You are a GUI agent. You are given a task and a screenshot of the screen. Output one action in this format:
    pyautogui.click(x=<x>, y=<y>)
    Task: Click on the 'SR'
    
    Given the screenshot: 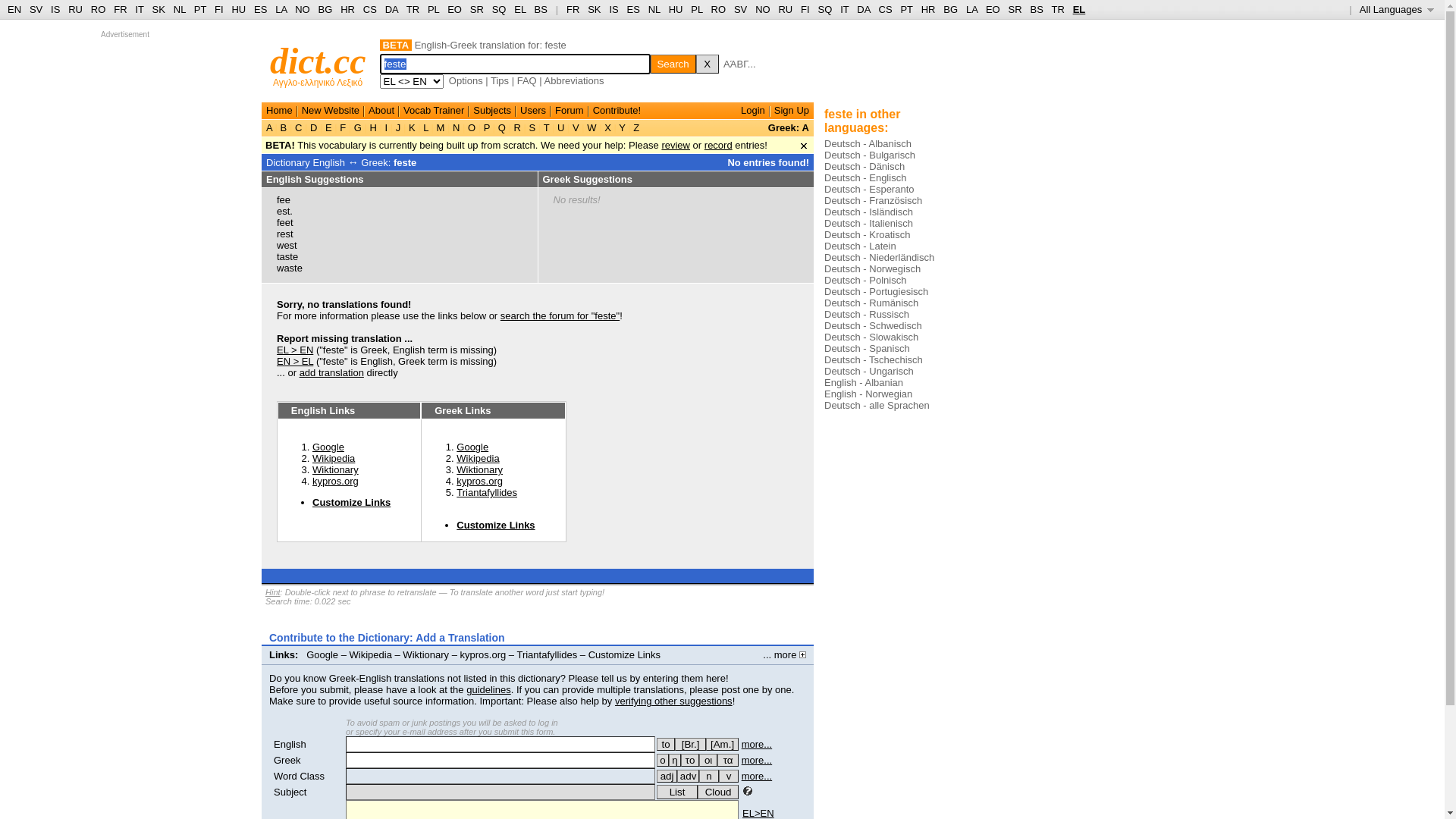 What is the action you would take?
    pyautogui.click(x=475, y=9)
    